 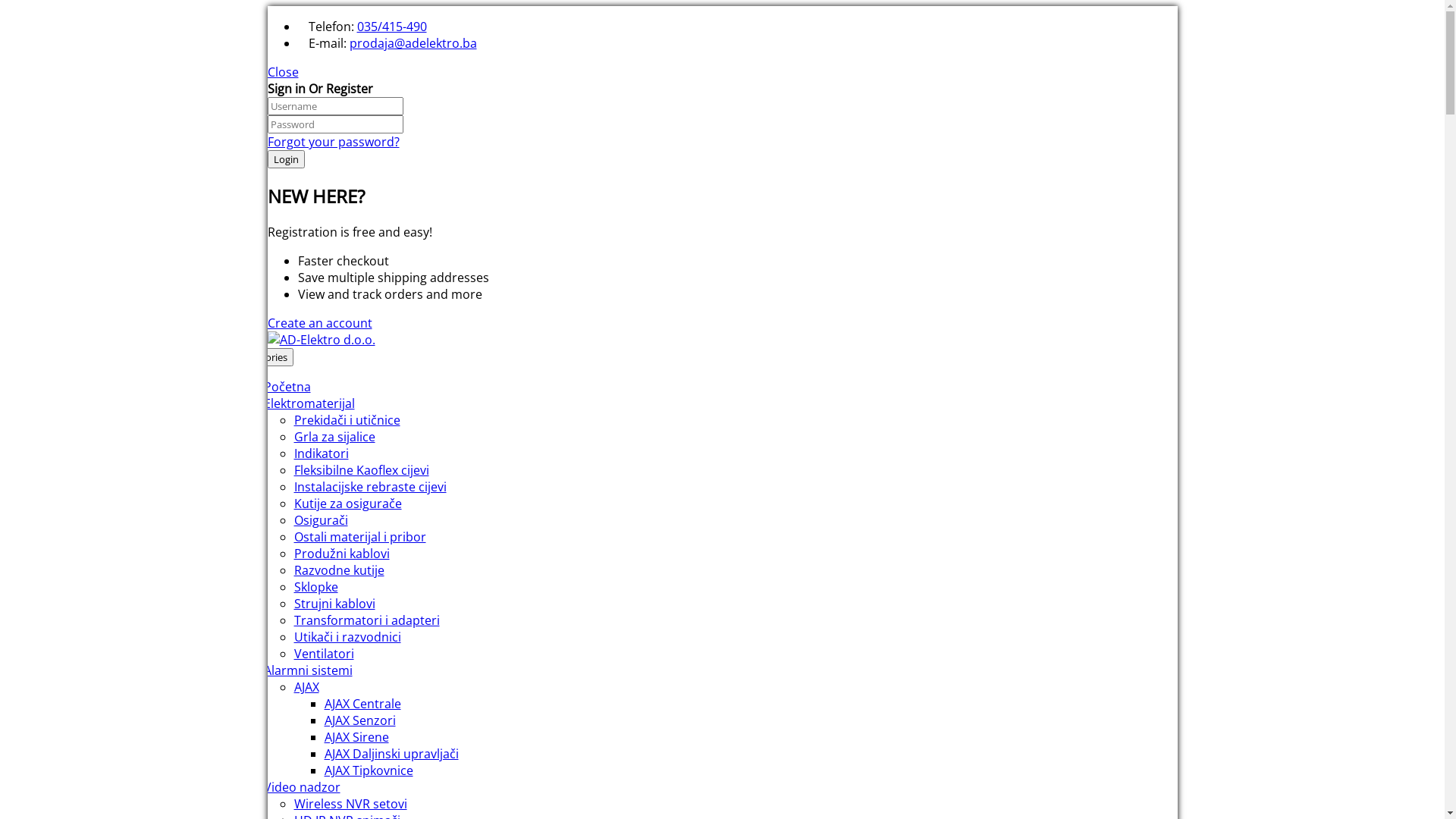 I want to click on 'Grla za sijalice', so click(x=334, y=436).